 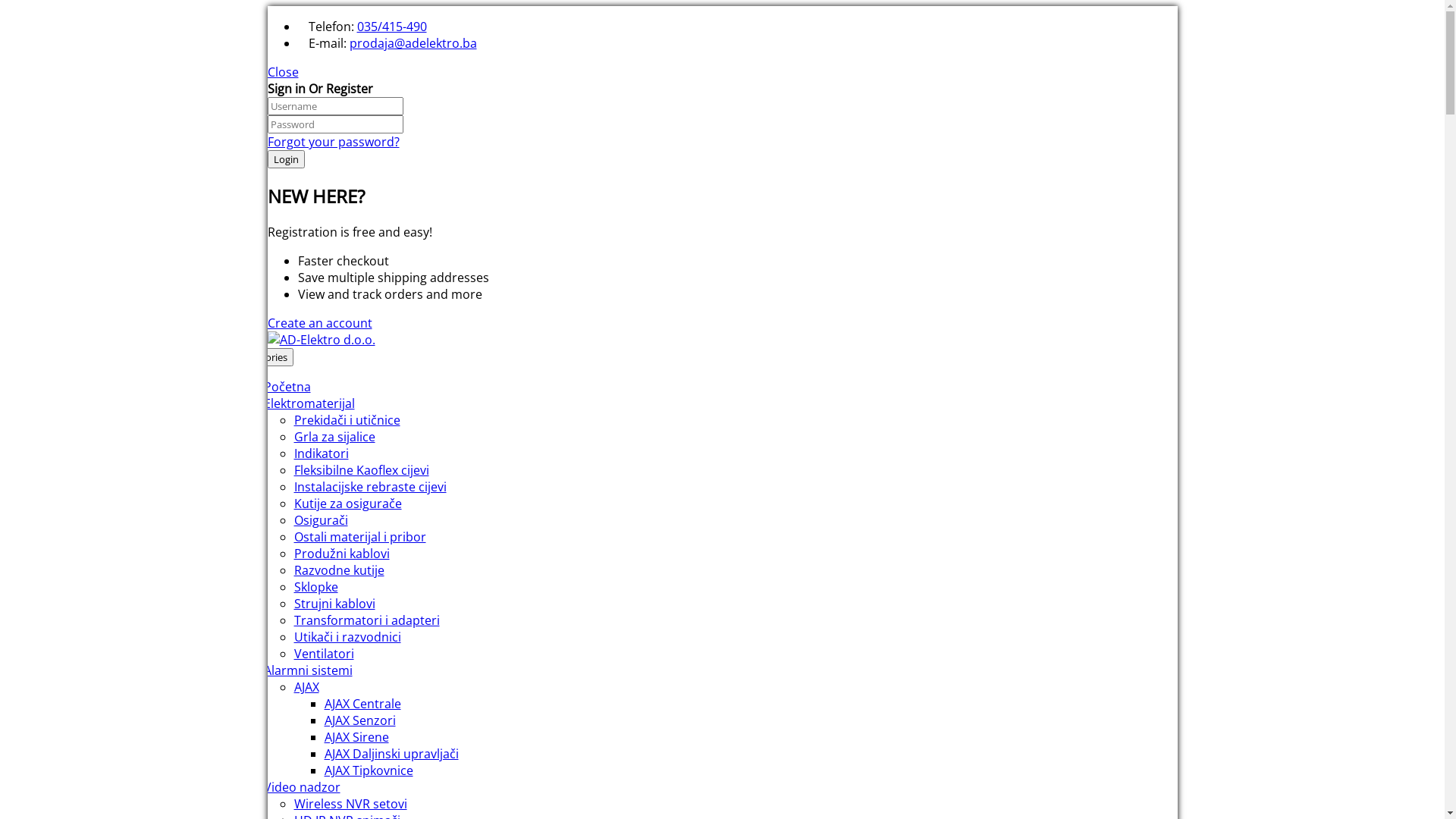 I want to click on 'Grla za sijalice', so click(x=334, y=436).